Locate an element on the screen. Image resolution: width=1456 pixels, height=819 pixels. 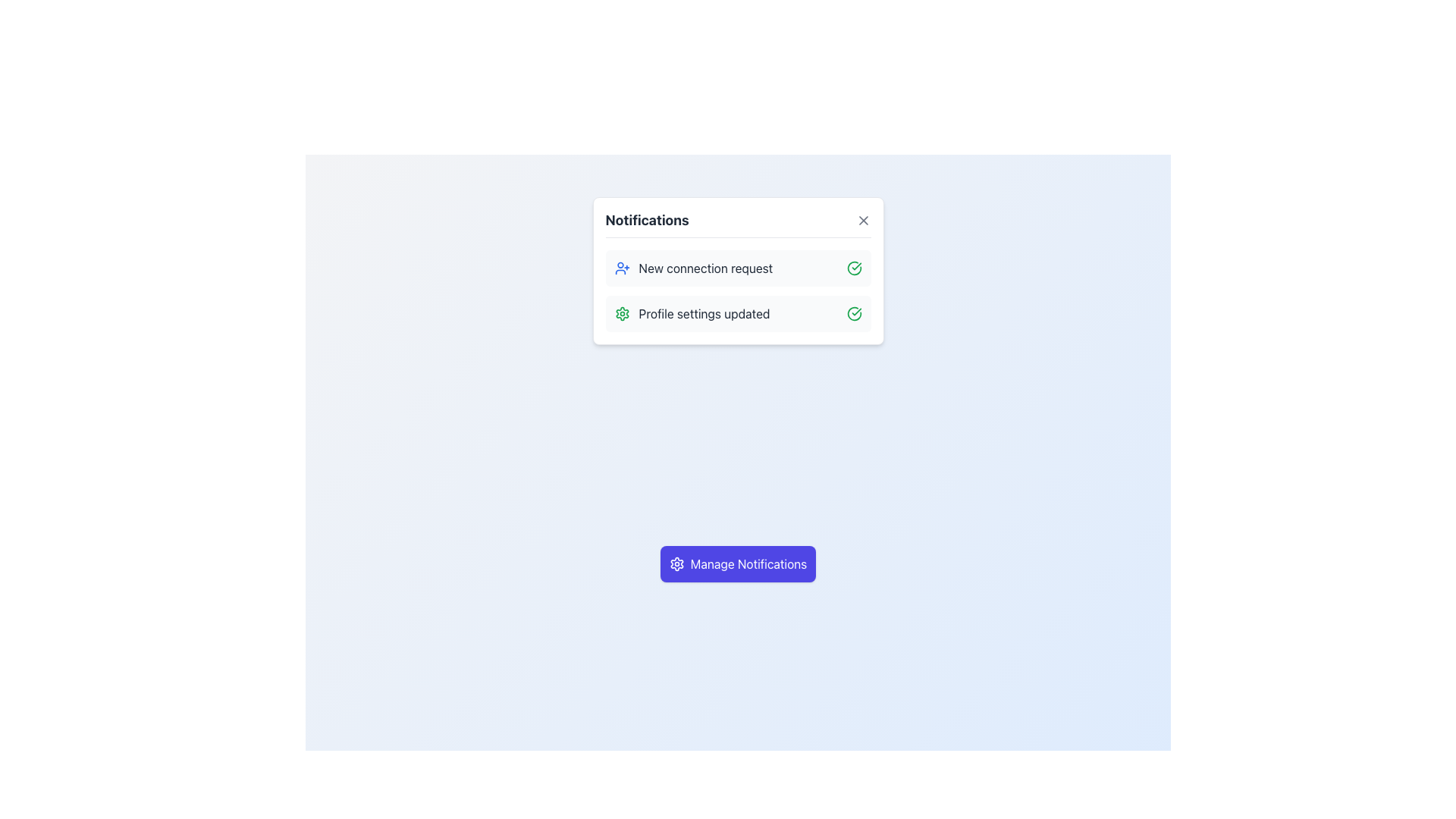
the Notification Card that displays 'Profile settings updated', which includes a settings gear icon on the left and a green checkmark icon on the right, located beneath the 'New connection request' in the Notifications section is located at coordinates (738, 312).